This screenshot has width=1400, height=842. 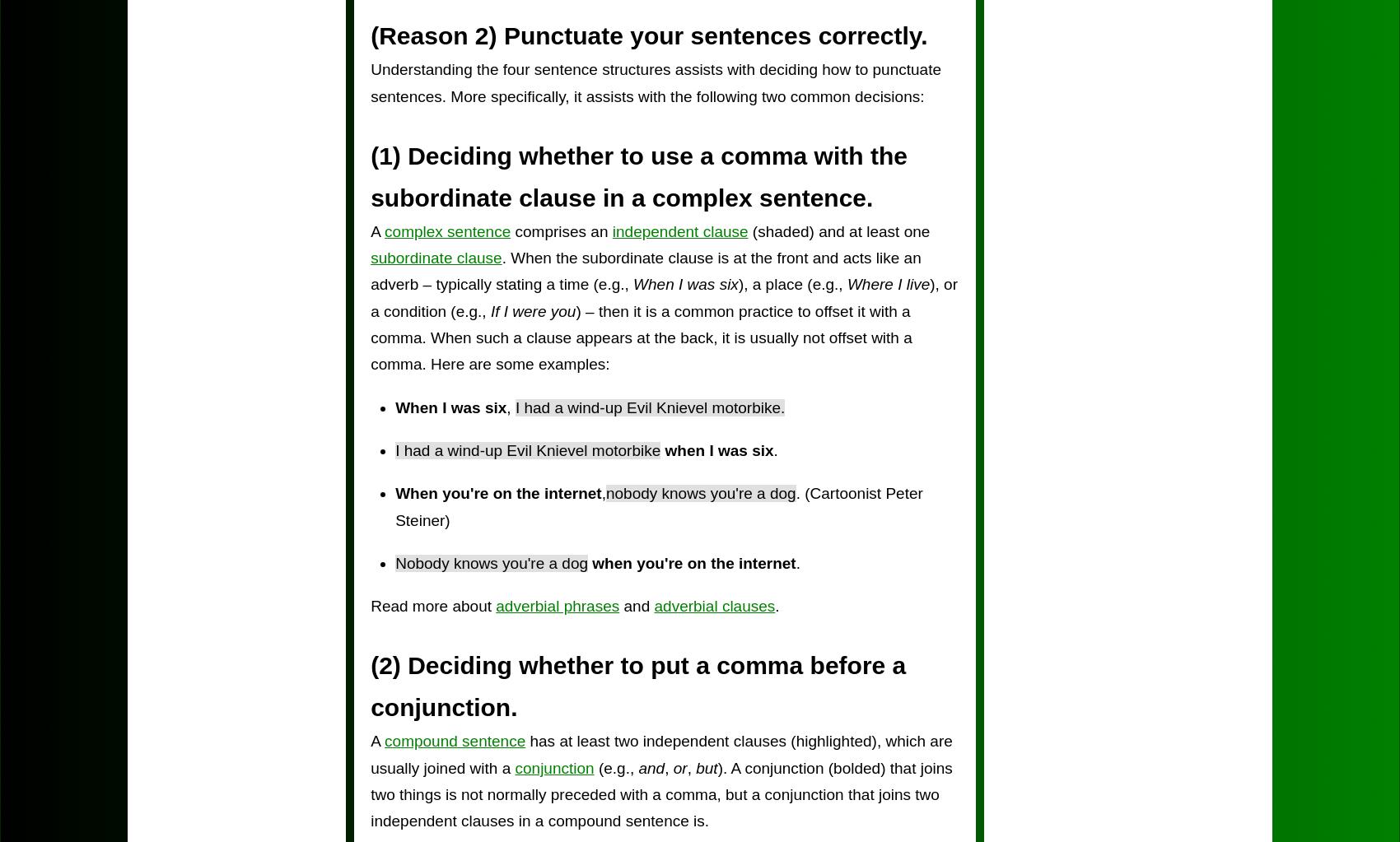 What do you see at coordinates (706, 766) in the screenshot?
I see `'but'` at bounding box center [706, 766].